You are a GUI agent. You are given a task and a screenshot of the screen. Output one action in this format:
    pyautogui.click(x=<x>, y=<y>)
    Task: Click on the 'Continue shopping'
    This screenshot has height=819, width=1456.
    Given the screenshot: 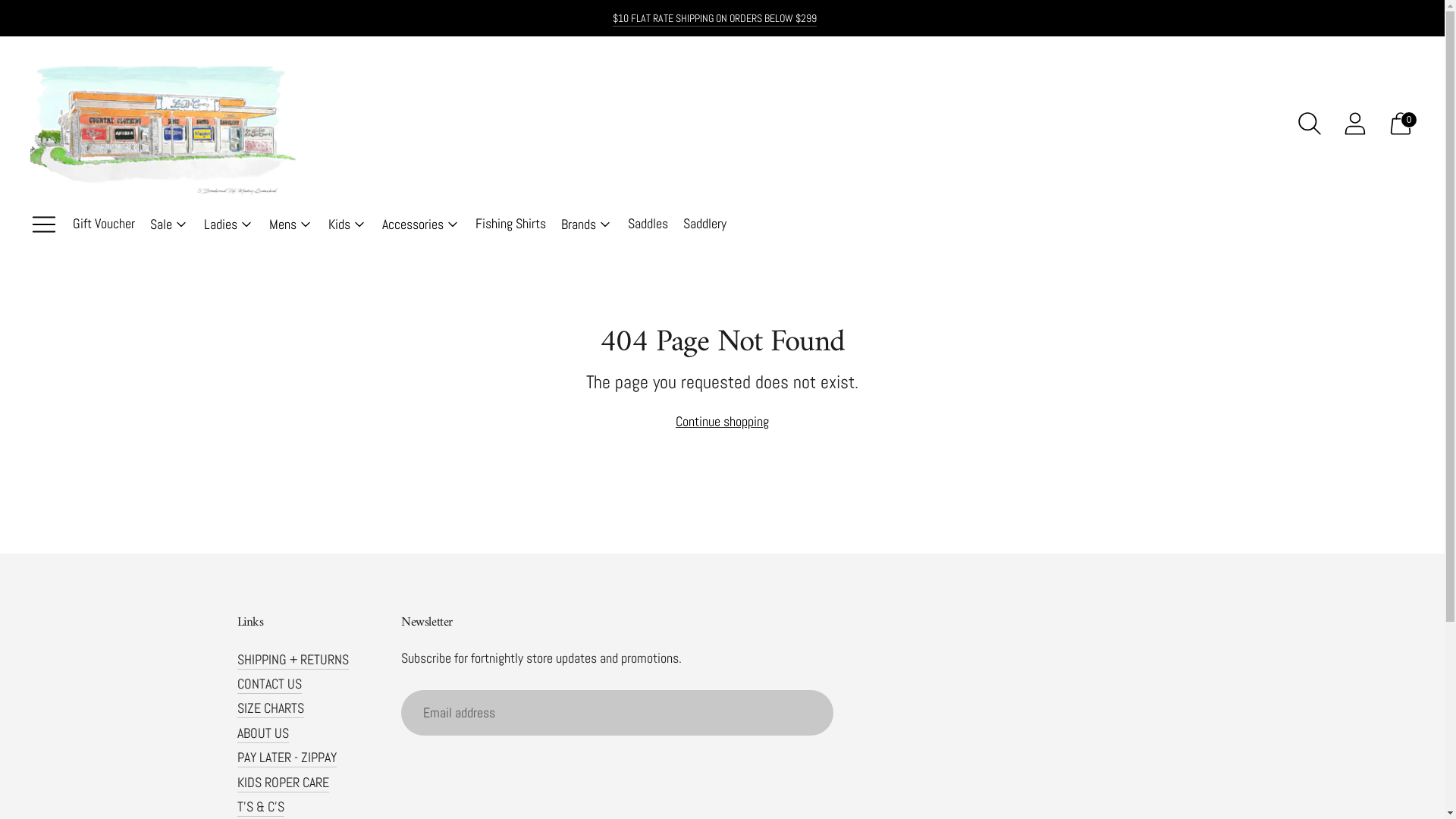 What is the action you would take?
    pyautogui.click(x=721, y=421)
    